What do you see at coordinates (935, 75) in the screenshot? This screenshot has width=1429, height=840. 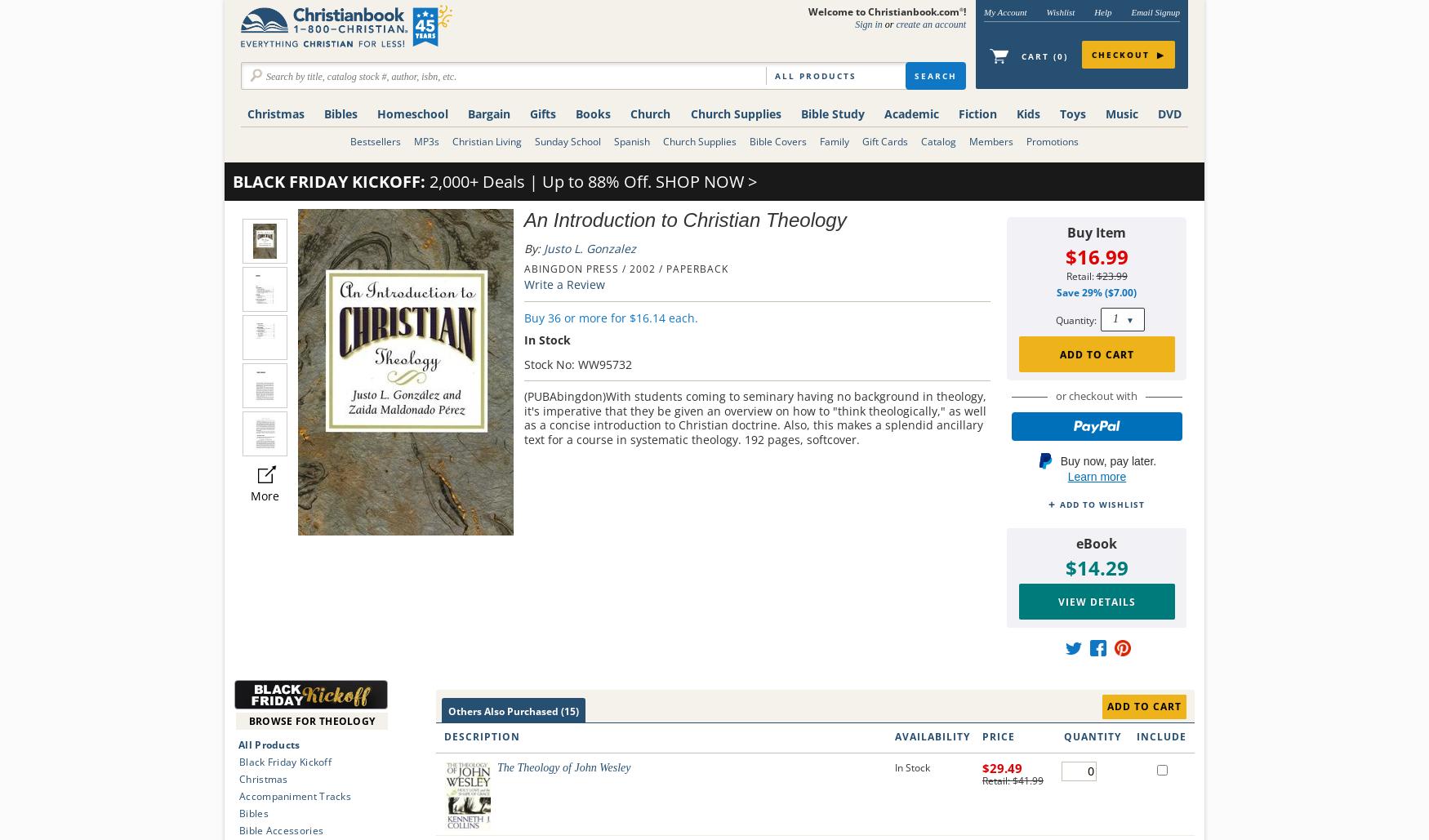 I see `'Search'` at bounding box center [935, 75].